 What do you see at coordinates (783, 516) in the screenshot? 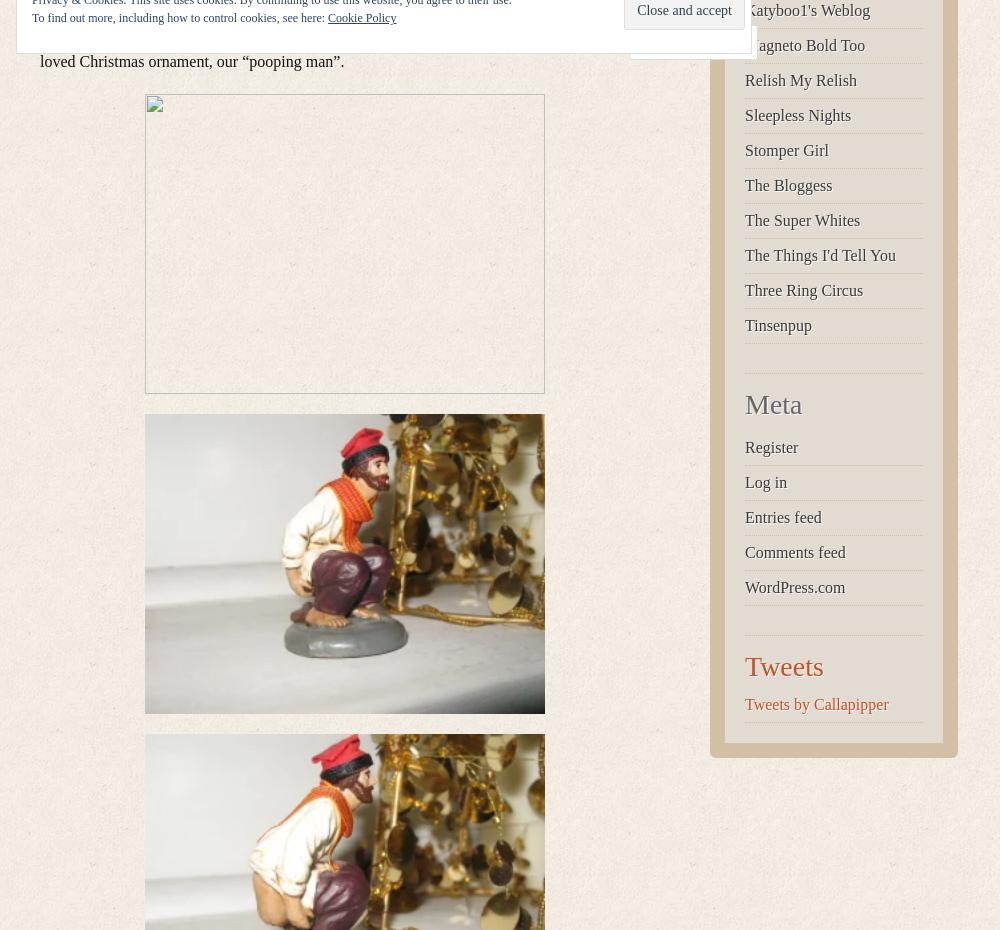
I see `'Entries feed'` at bounding box center [783, 516].